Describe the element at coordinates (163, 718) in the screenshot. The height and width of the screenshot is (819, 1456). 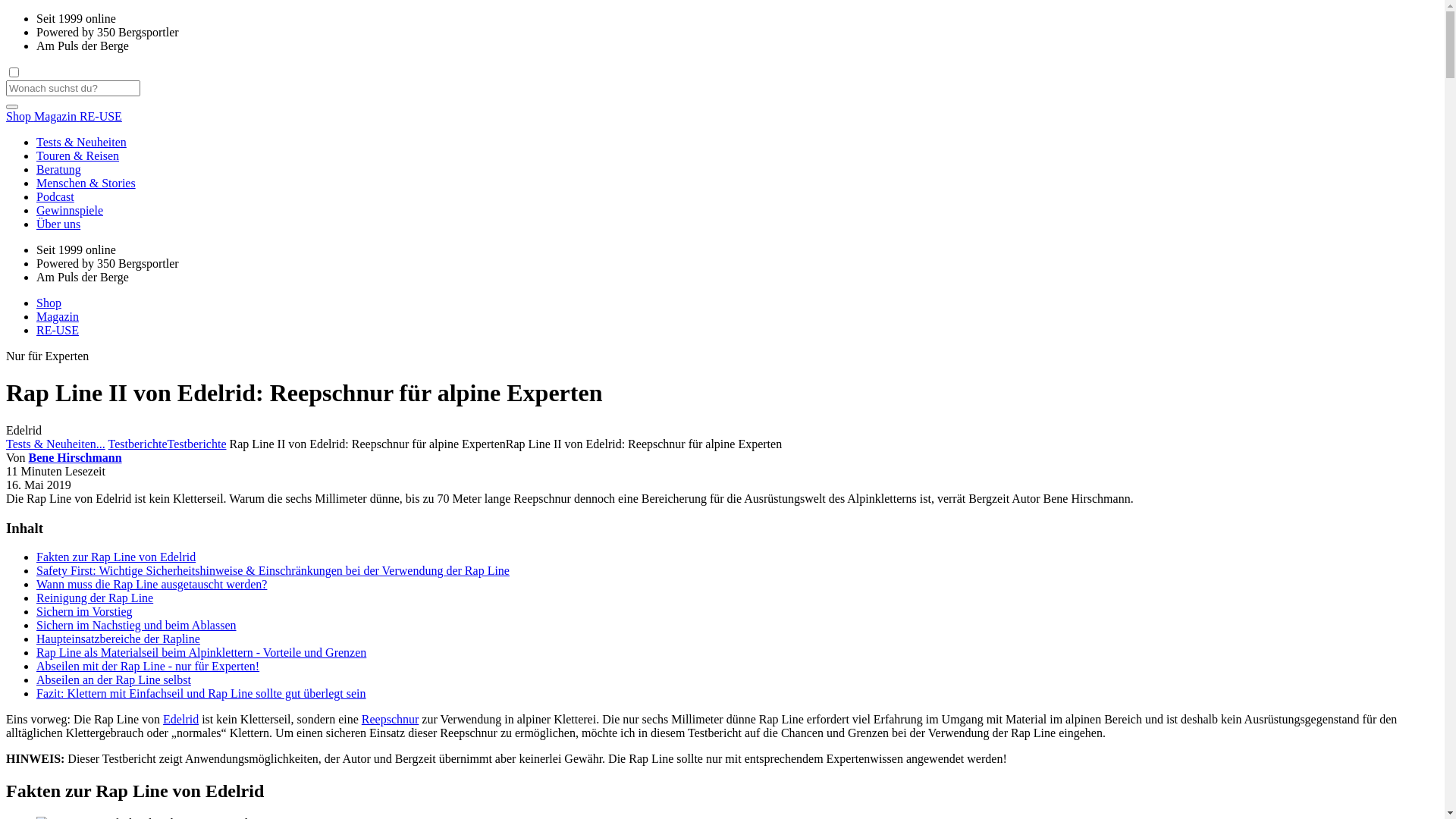
I see `'Edelrid'` at that location.